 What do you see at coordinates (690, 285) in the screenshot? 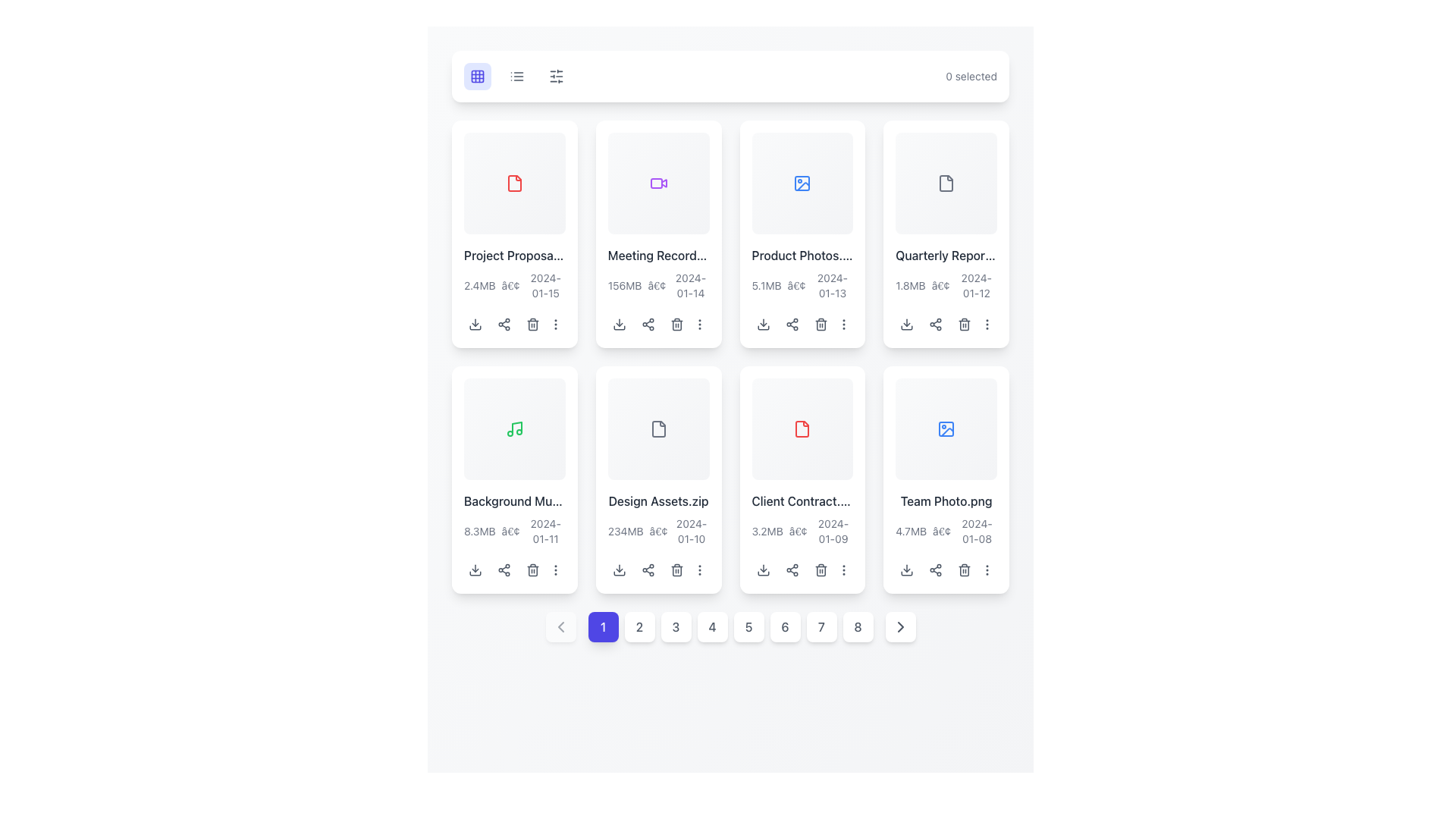
I see `the date label that appears after the file size label ('156MB') in the card located in the second column of the first row within a grid layout` at bounding box center [690, 285].